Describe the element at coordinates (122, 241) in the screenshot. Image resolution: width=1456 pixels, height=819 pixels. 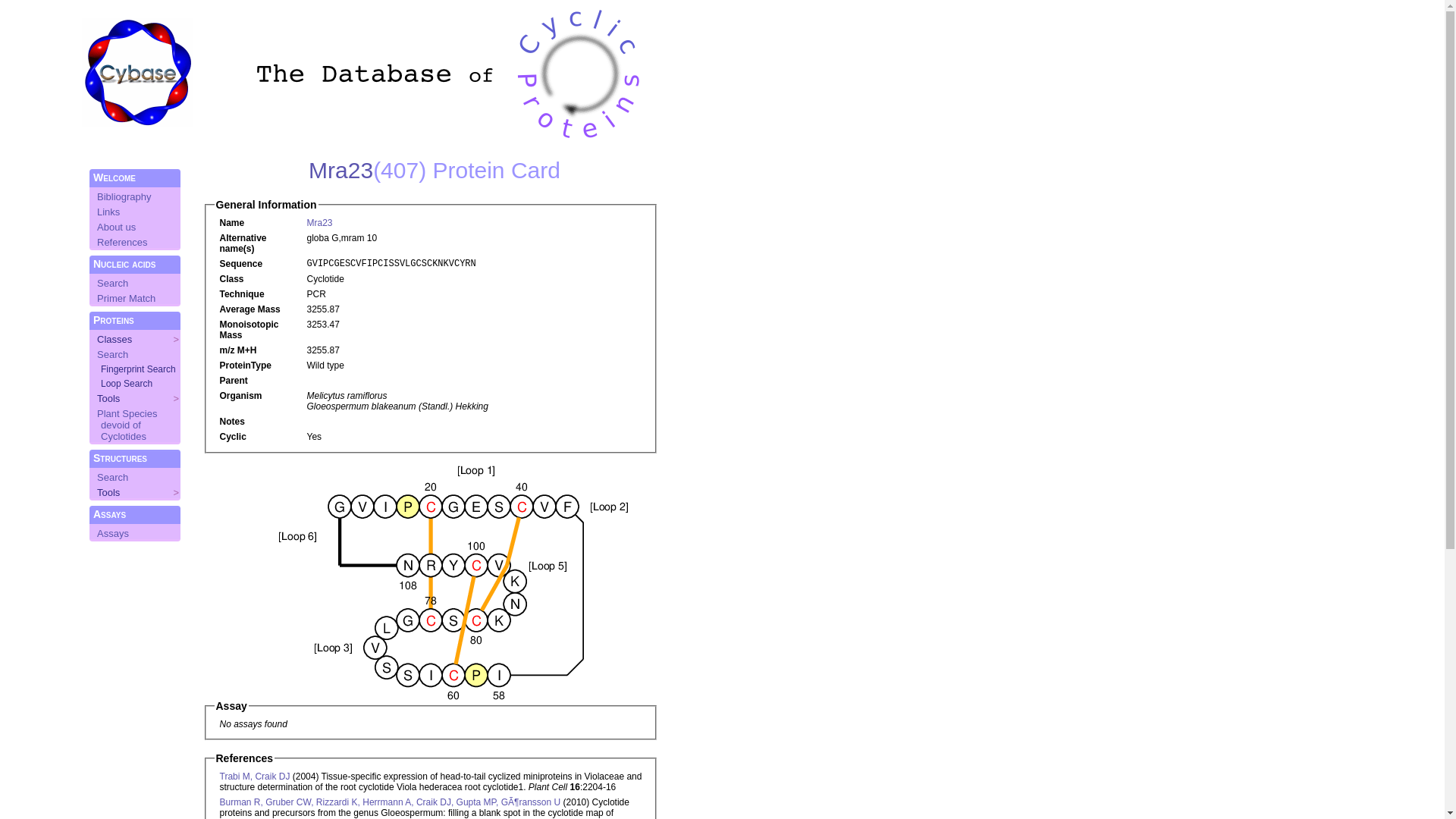
I see `'References'` at that location.